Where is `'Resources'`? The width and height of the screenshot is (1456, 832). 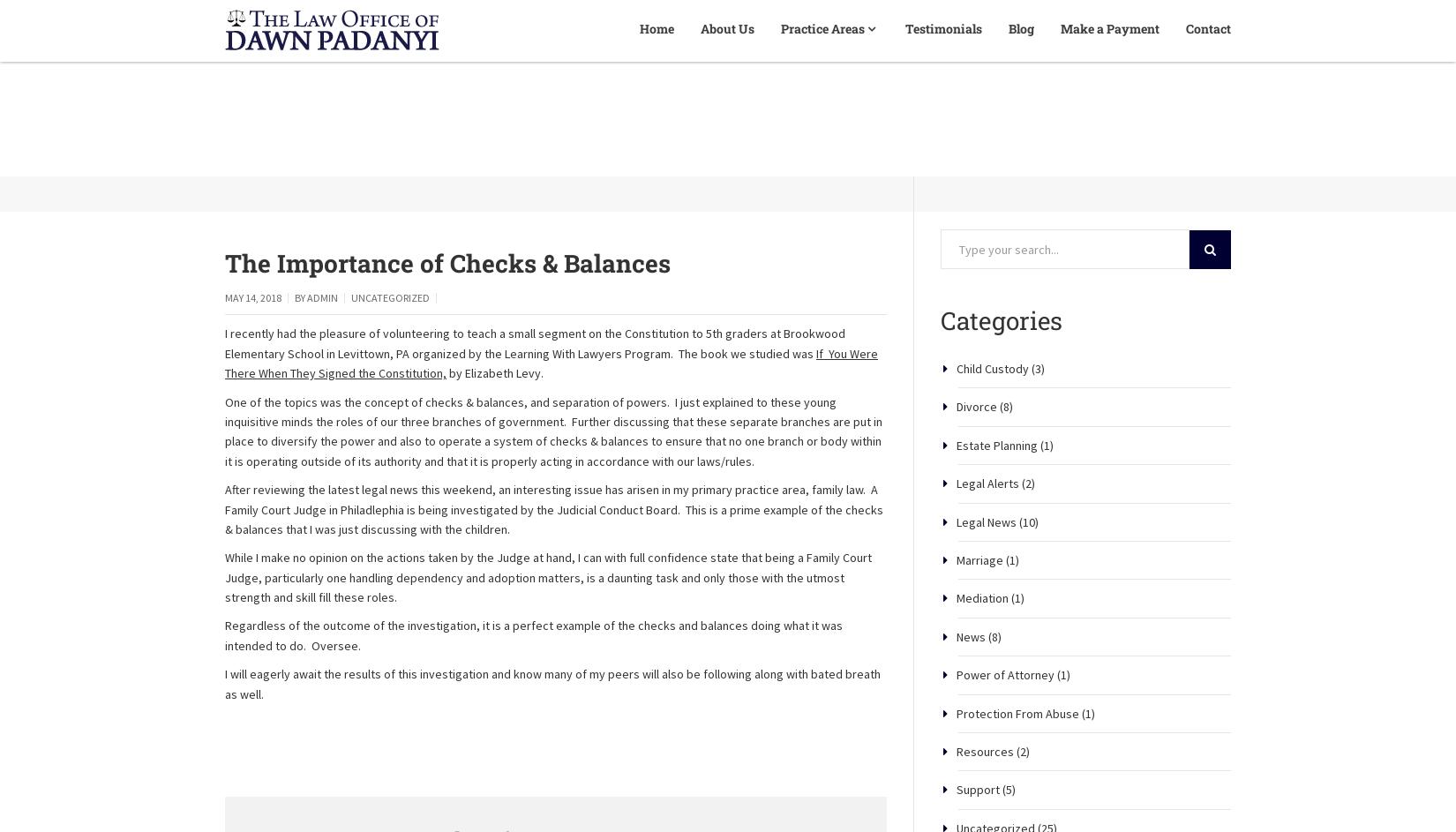
'Resources' is located at coordinates (985, 812).